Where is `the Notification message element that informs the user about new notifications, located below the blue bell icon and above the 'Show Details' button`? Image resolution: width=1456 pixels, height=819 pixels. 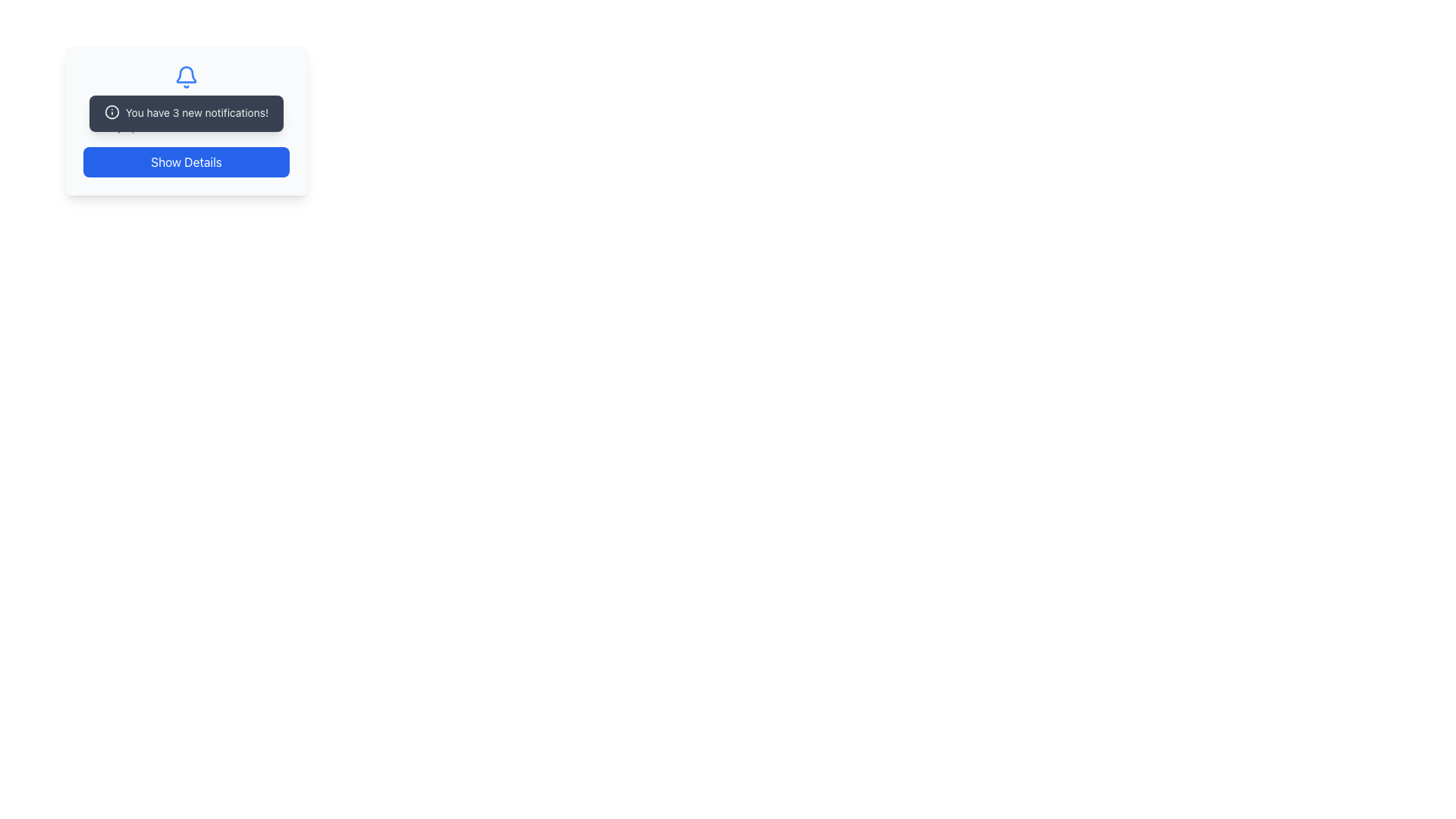
the Notification message element that informs the user about new notifications, located below the blue bell icon and above the 'Show Details' button is located at coordinates (185, 120).